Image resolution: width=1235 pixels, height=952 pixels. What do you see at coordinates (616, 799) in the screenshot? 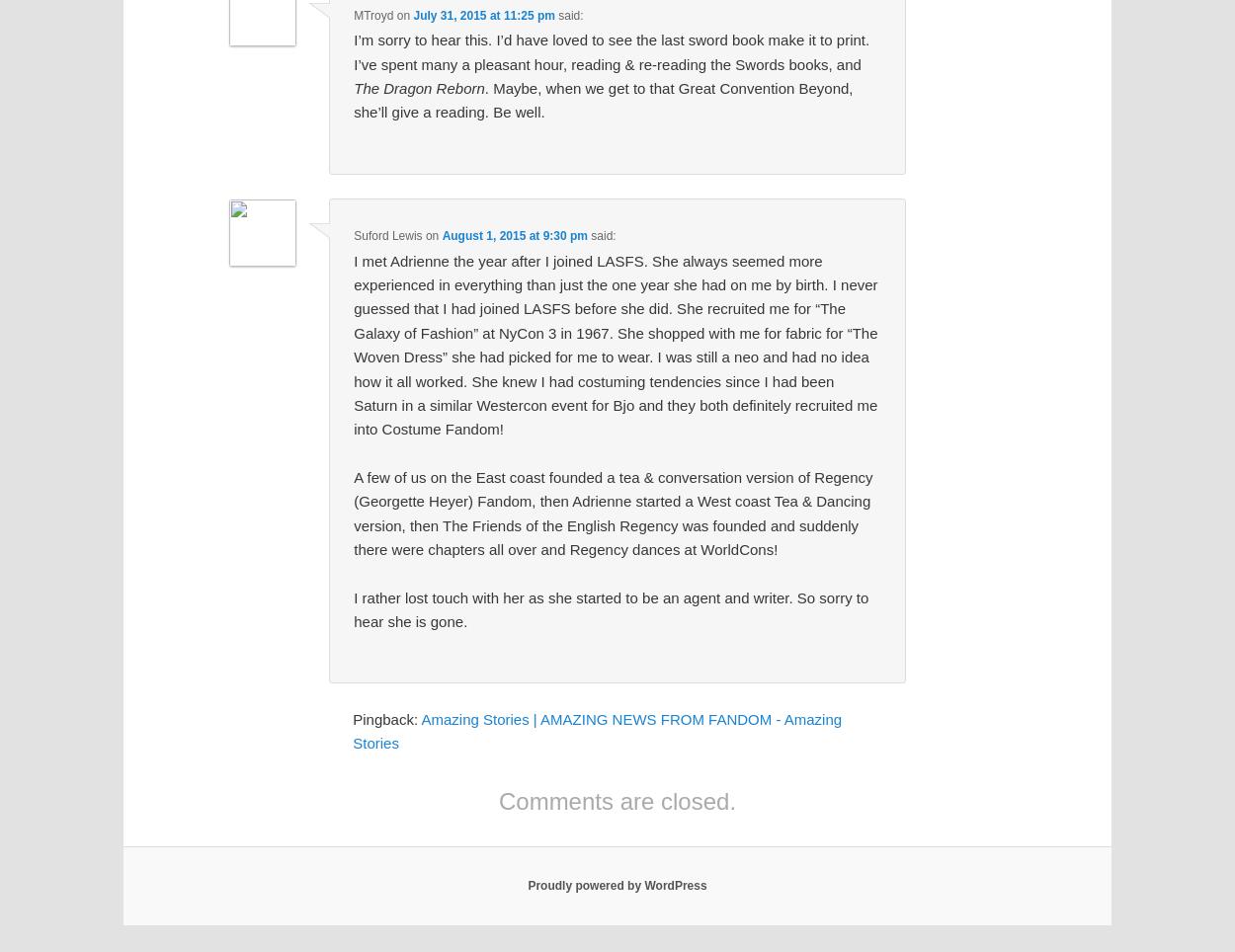
I see `'Comments are closed.'` at bounding box center [616, 799].